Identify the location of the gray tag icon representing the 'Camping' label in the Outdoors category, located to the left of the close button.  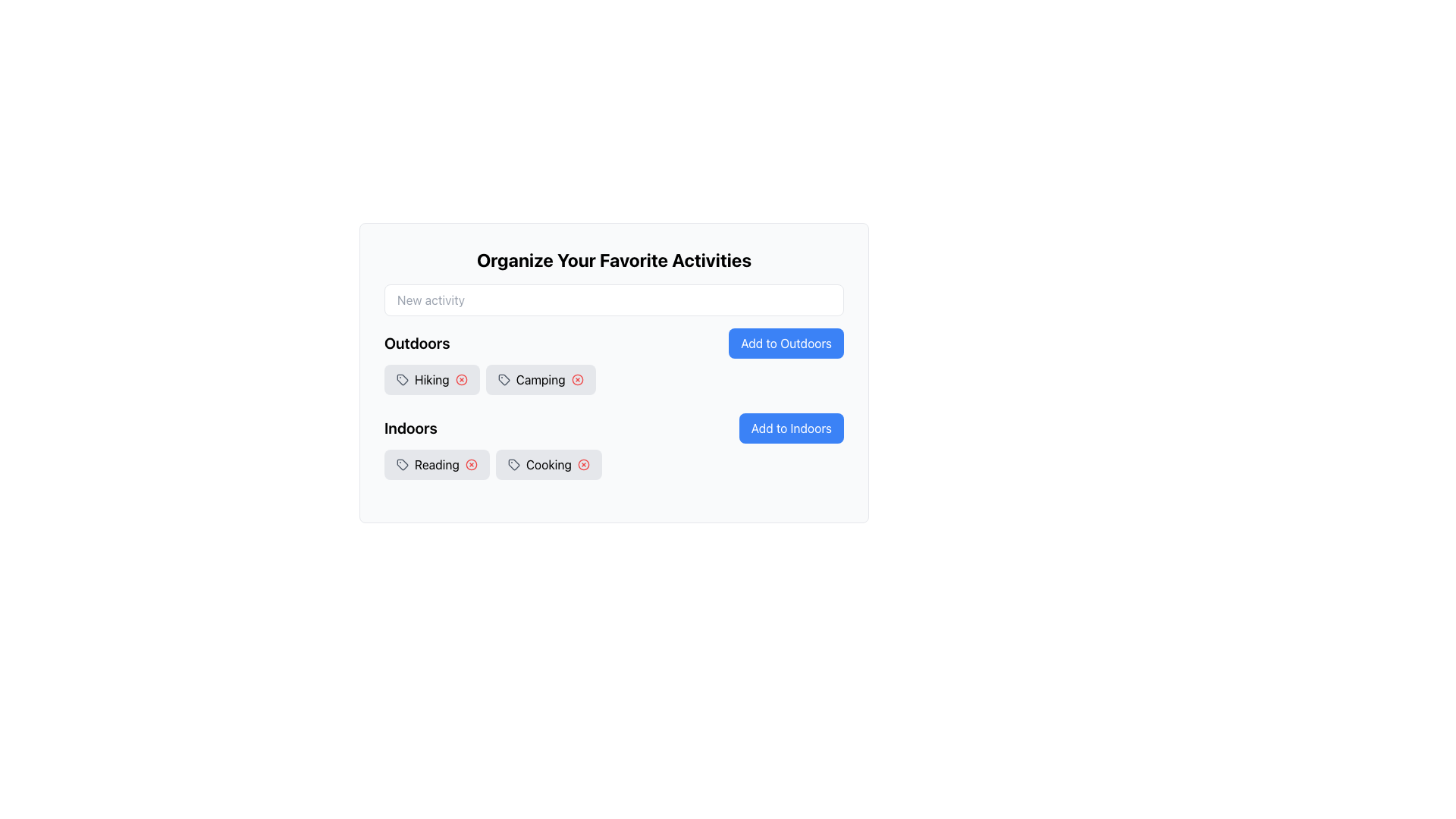
(504, 379).